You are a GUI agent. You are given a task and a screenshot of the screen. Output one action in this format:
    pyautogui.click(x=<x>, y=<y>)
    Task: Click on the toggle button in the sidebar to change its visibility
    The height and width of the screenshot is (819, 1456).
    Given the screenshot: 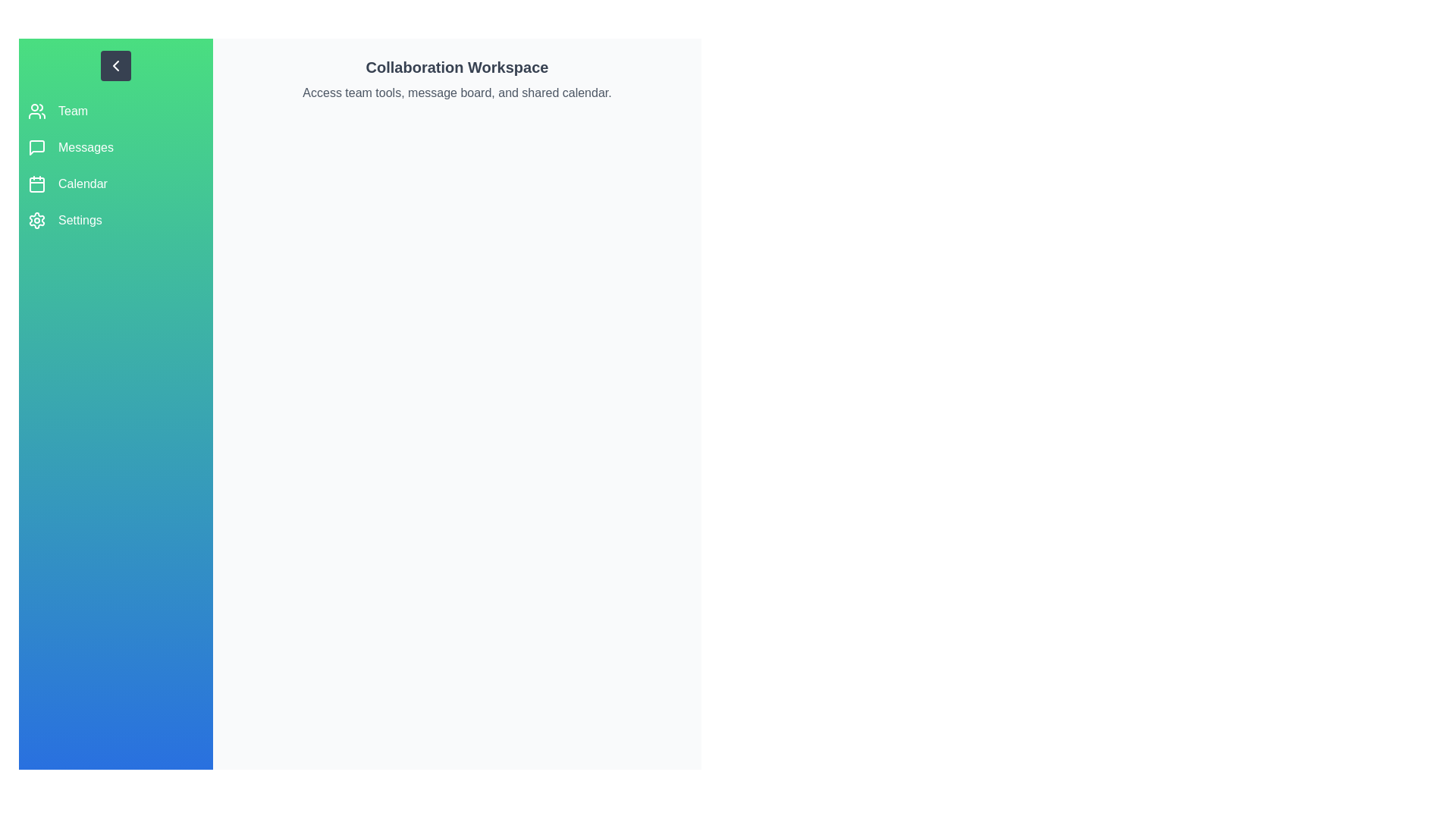 What is the action you would take?
    pyautogui.click(x=115, y=65)
    